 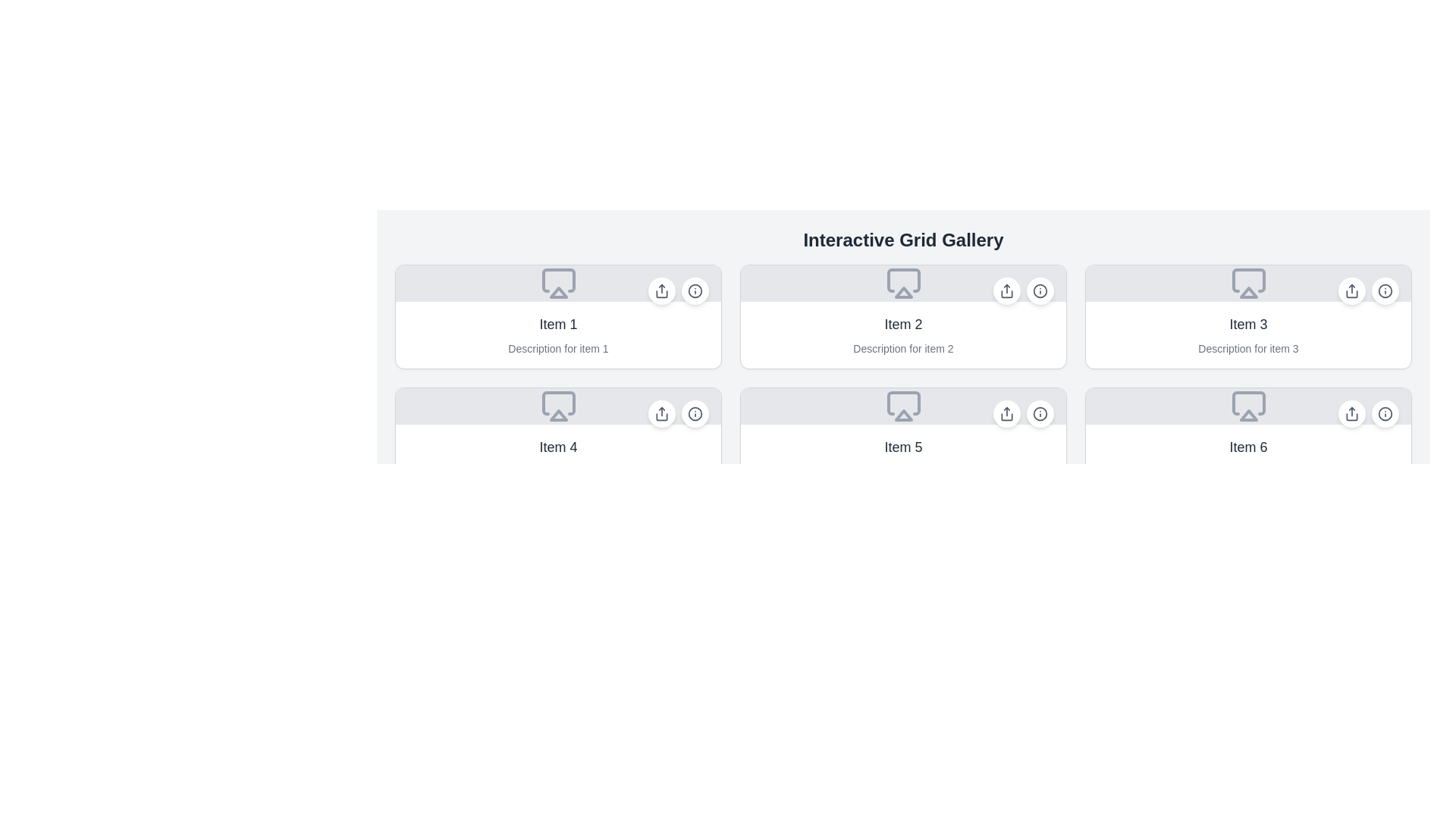 What do you see at coordinates (557, 470) in the screenshot?
I see `the Text Label displaying 'Description for item 4'` at bounding box center [557, 470].